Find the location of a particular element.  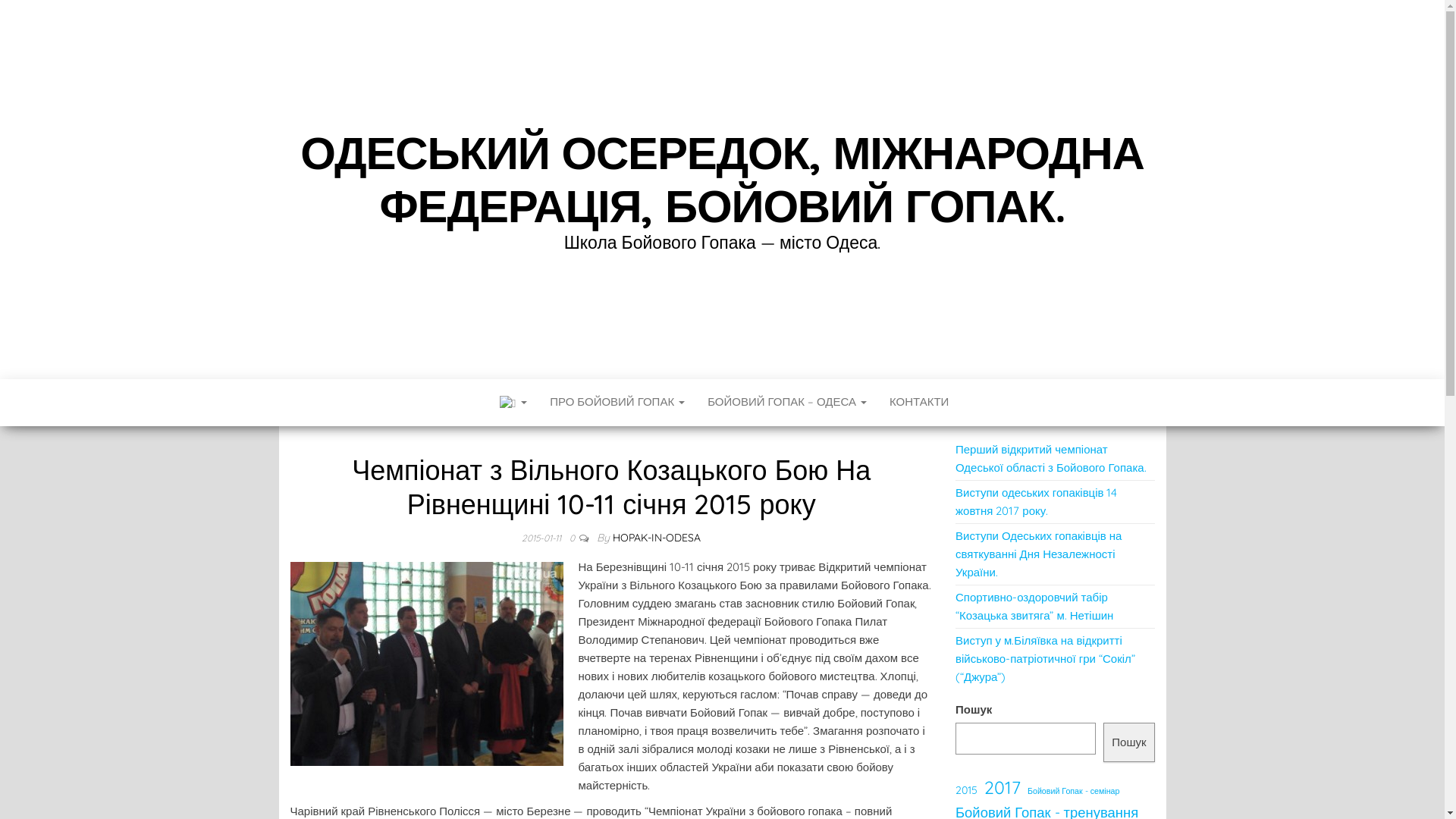

'0' is located at coordinates (568, 537).